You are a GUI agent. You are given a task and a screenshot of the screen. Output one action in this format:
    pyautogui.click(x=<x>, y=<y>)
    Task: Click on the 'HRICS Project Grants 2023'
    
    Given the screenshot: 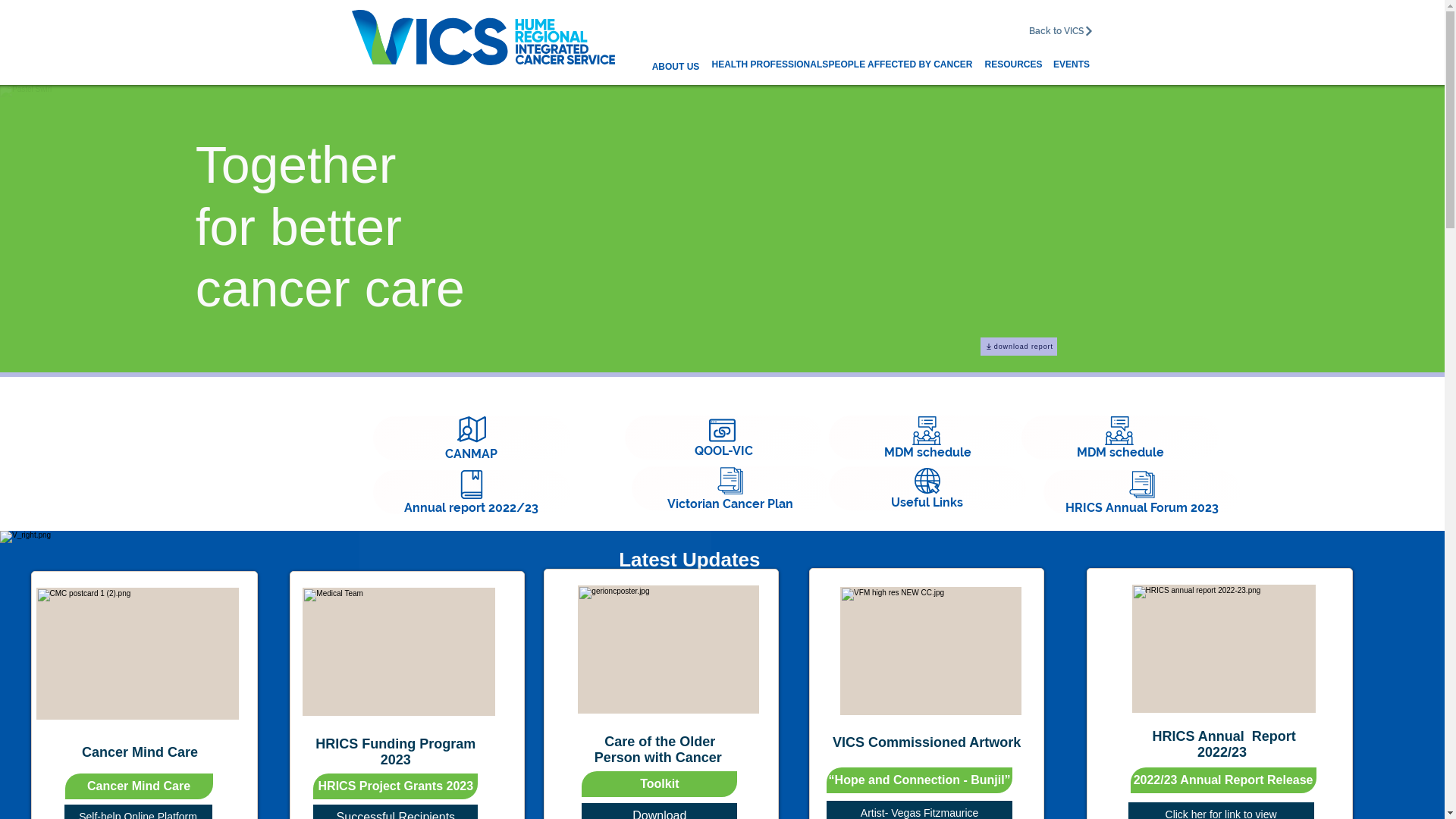 What is the action you would take?
    pyautogui.click(x=312, y=786)
    